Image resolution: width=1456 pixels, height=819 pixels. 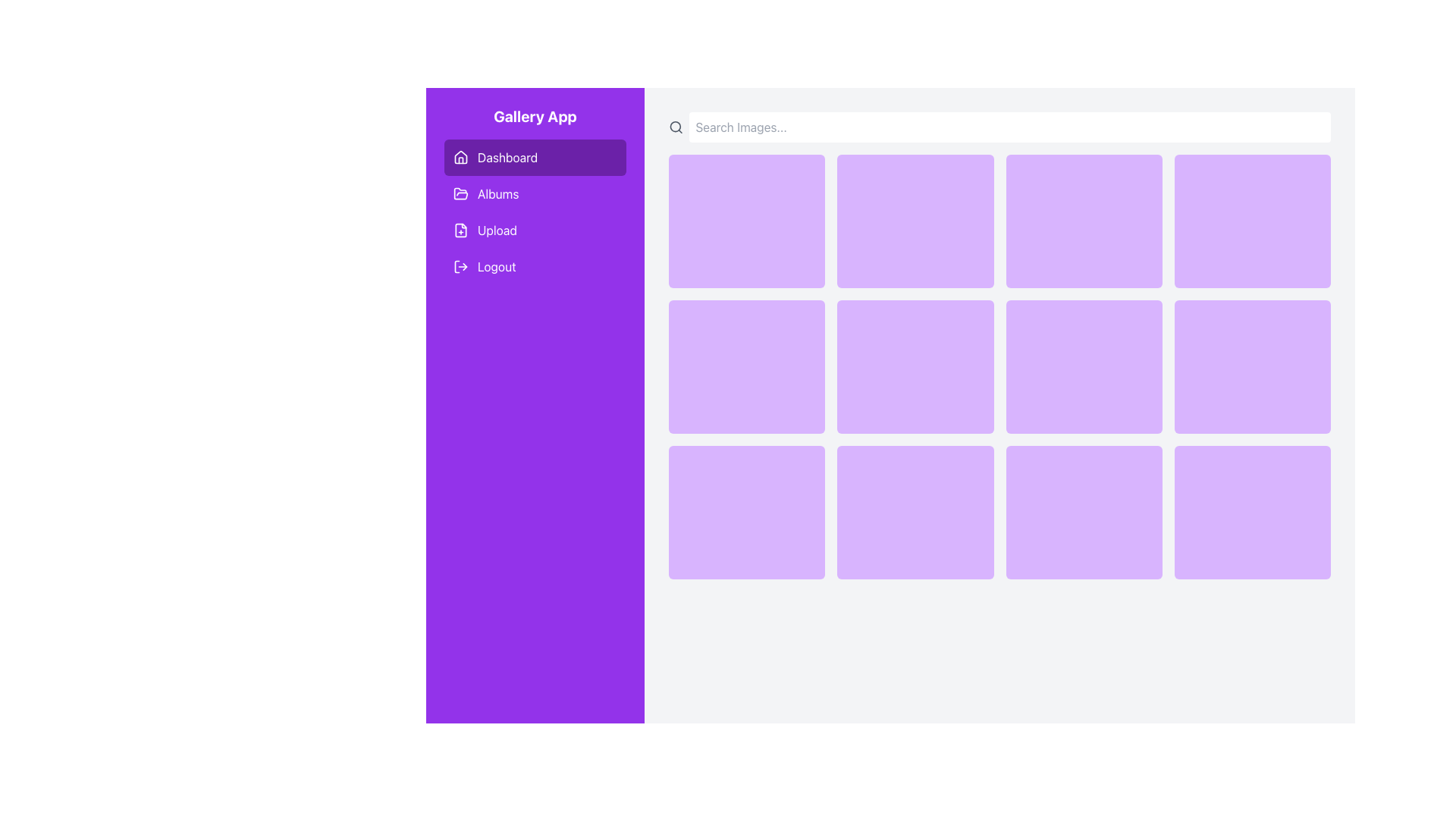 I want to click on the circular portion of the magnifying glass icon, which represents search functionality, positioned to the left of the search bar, so click(x=674, y=126).